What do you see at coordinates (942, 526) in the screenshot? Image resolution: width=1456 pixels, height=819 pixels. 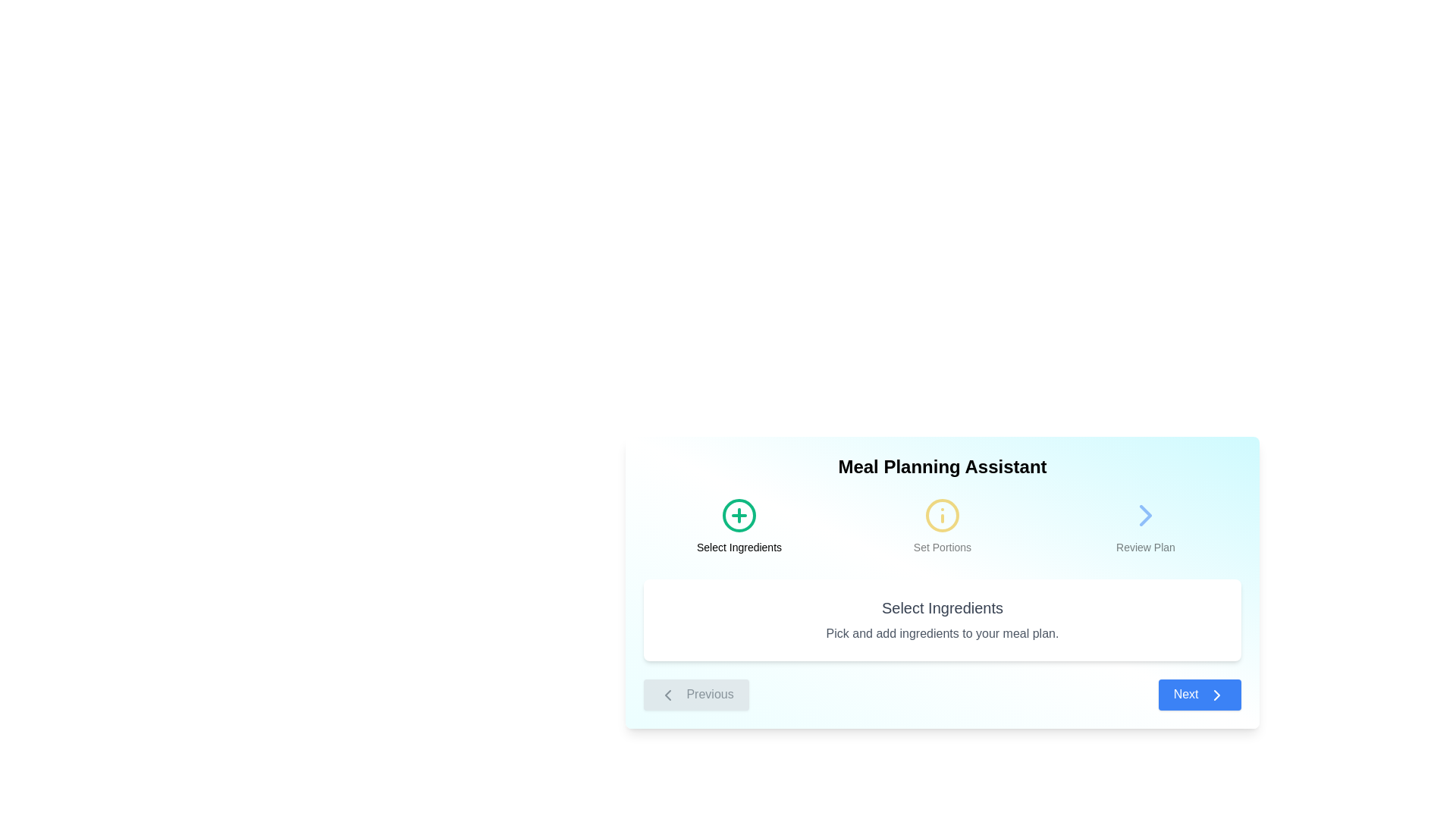 I see `the middle button in the icon group labeled 'Set Portions' which is characterized by a yellow circle containing an information symbol` at bounding box center [942, 526].